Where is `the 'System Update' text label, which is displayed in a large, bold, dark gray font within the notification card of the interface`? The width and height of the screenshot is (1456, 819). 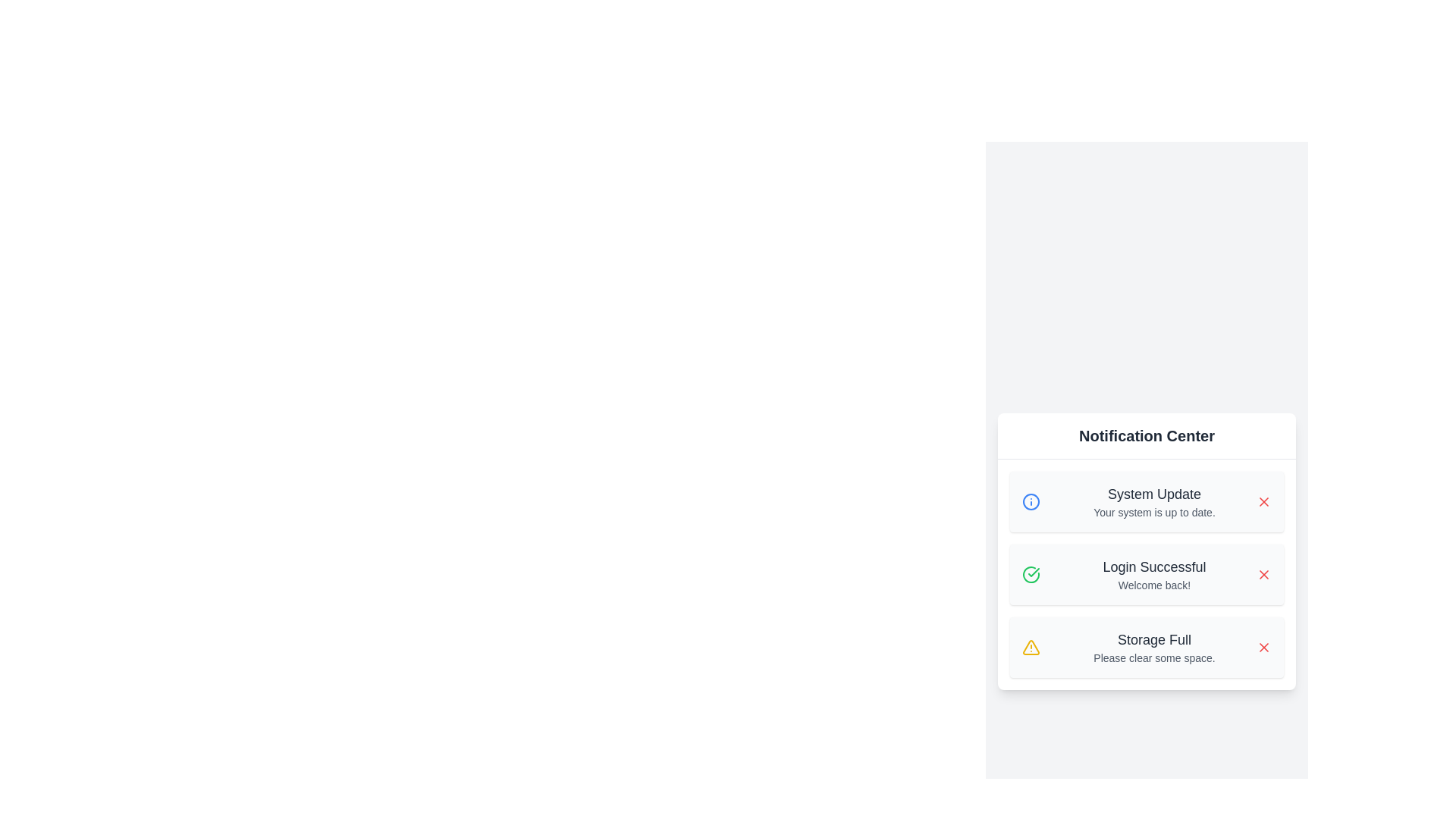 the 'System Update' text label, which is displayed in a large, bold, dark gray font within the notification card of the interface is located at coordinates (1153, 494).